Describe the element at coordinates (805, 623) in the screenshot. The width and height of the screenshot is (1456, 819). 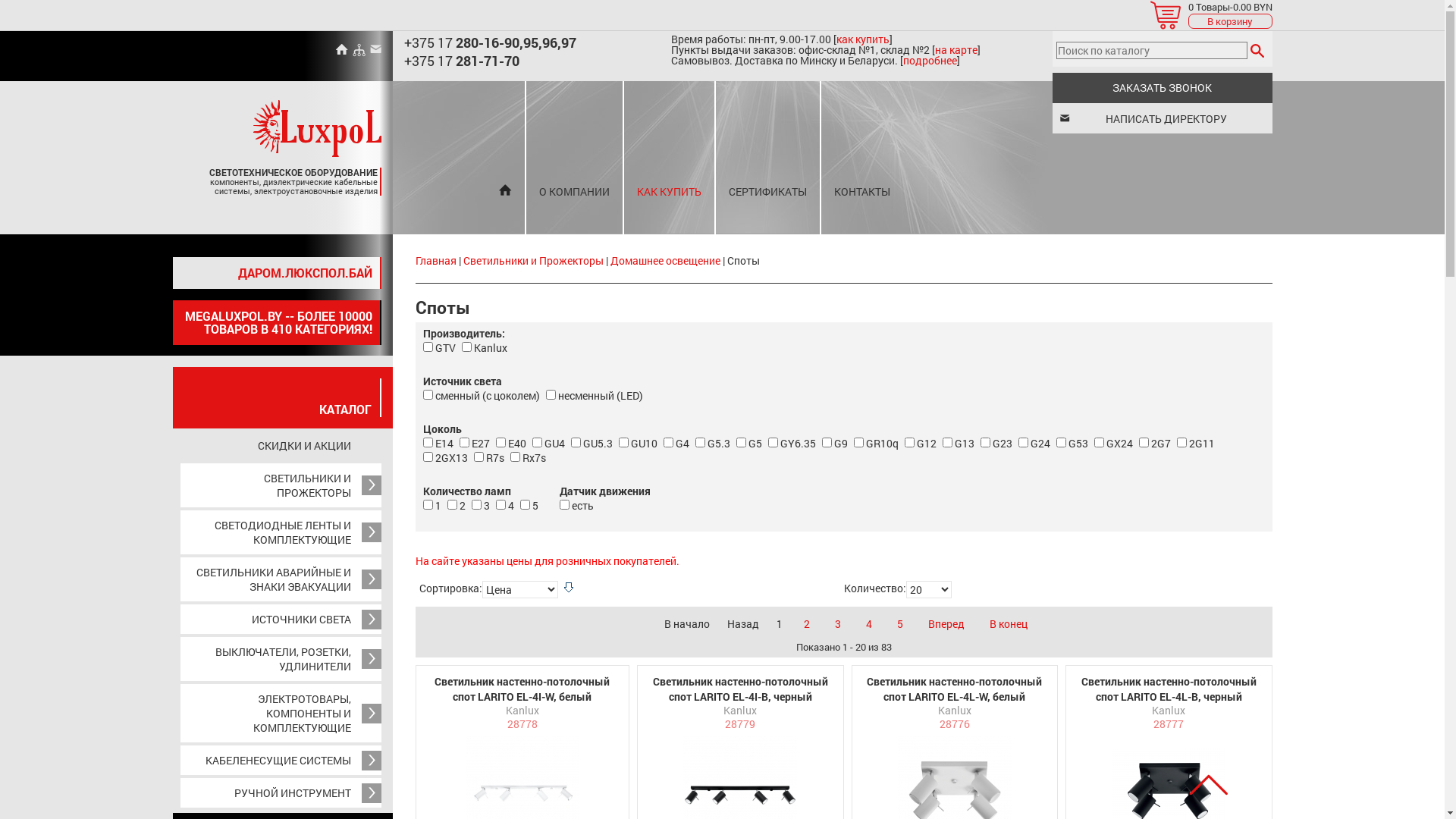
I see `'2'` at that location.